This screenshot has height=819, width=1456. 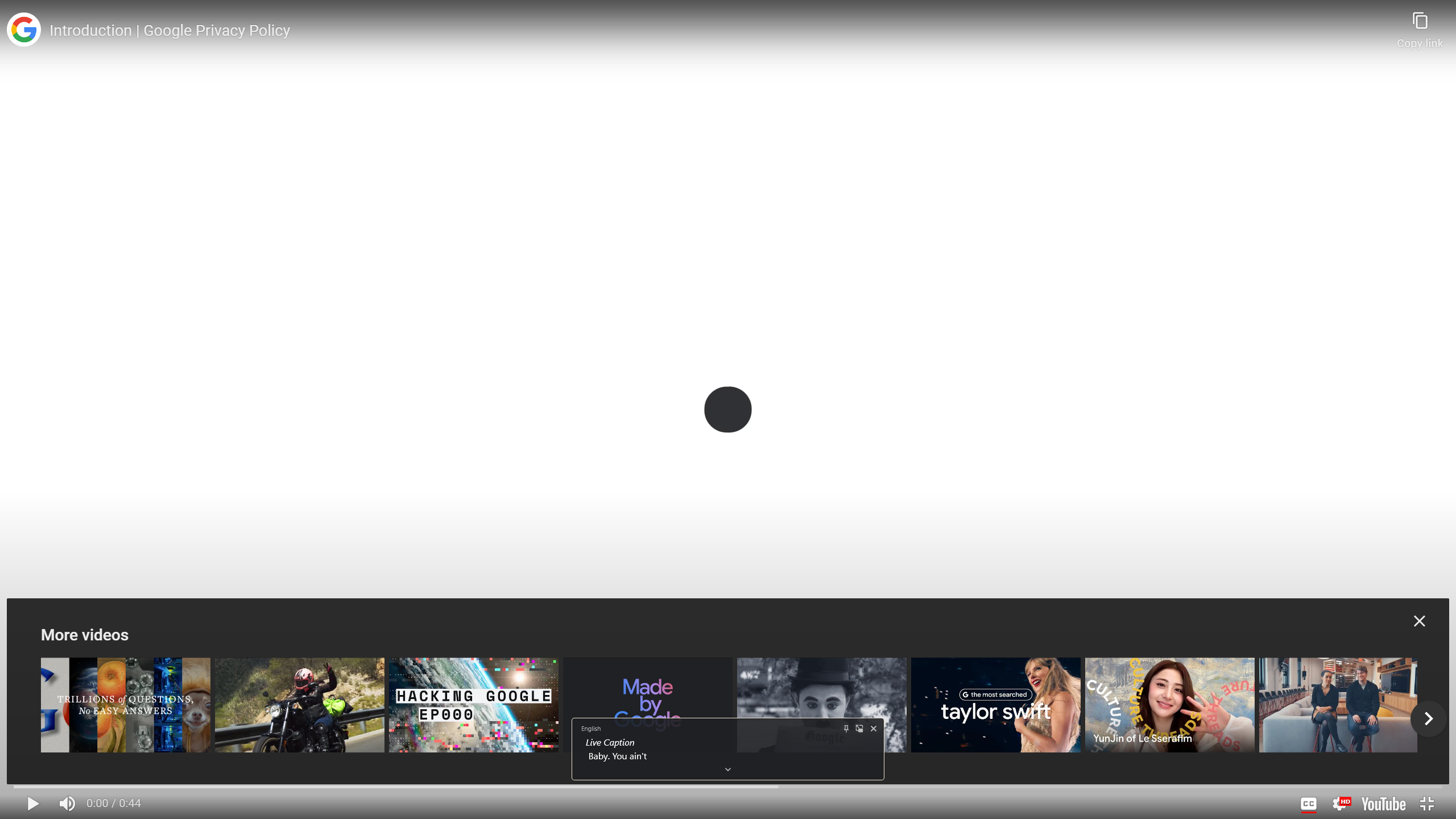 What do you see at coordinates (1419, 621) in the screenshot?
I see `'Hide more videos'` at bounding box center [1419, 621].